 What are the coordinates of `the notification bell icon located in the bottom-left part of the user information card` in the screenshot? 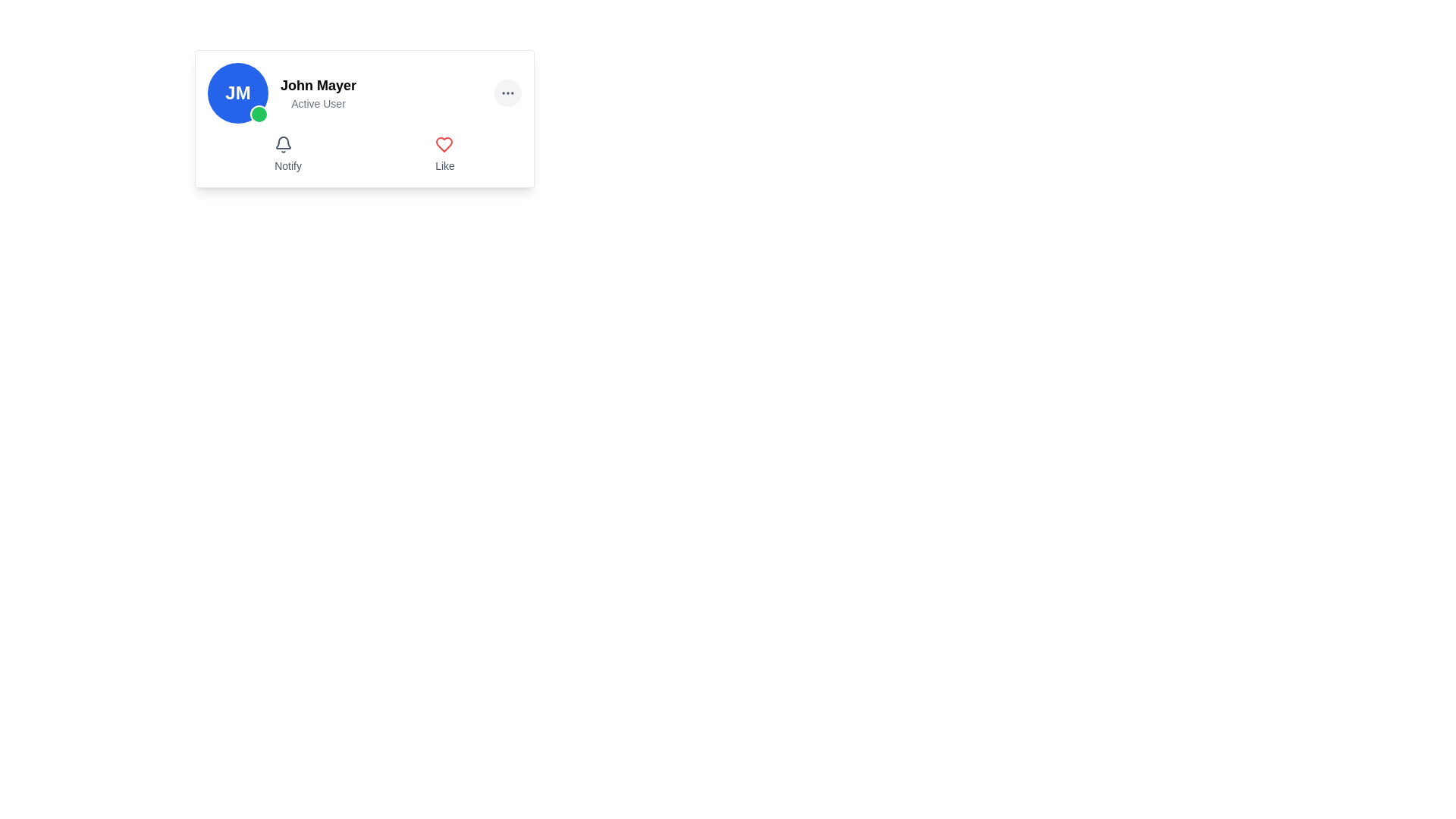 It's located at (284, 145).